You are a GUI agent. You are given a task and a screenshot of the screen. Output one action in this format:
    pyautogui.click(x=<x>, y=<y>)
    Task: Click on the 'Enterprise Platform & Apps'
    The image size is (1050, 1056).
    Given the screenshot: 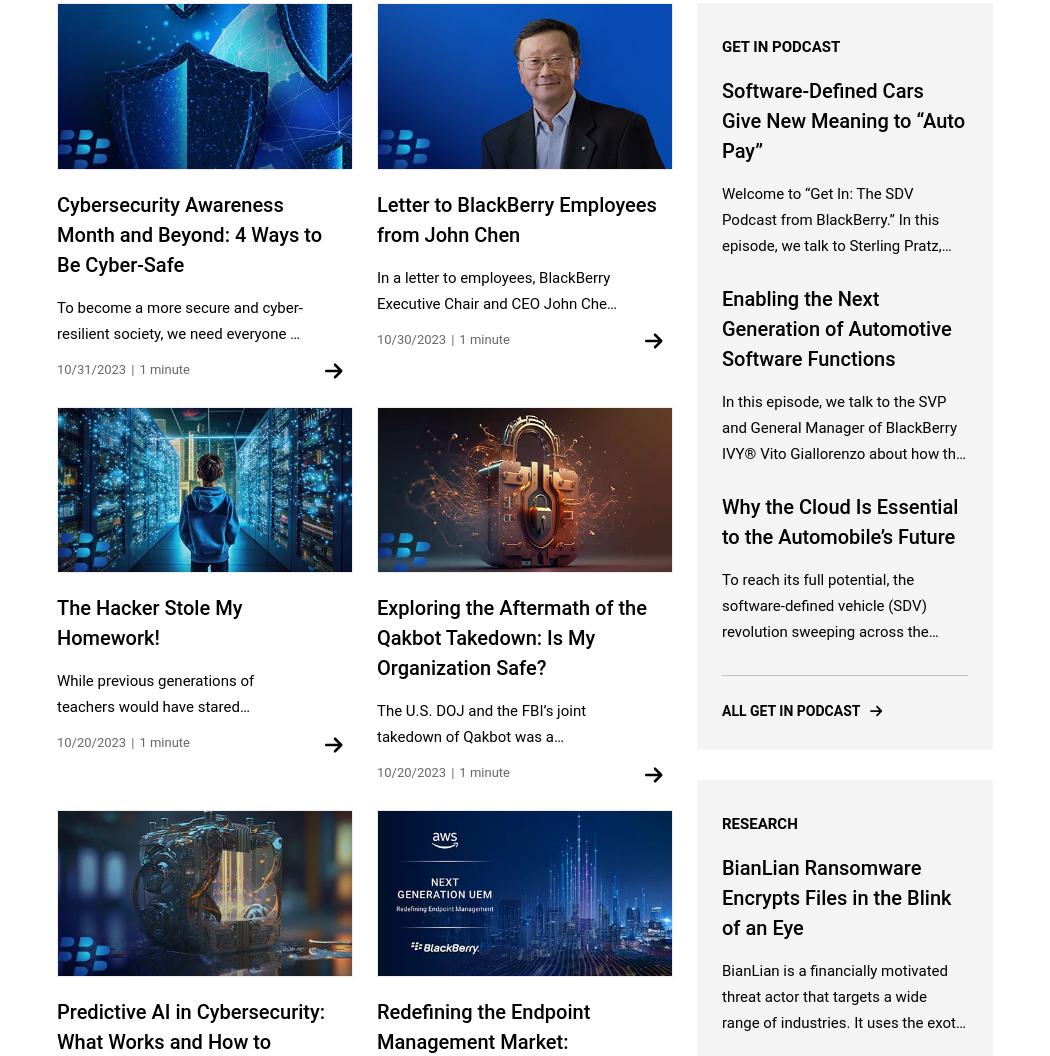 What is the action you would take?
    pyautogui.click(x=376, y=624)
    